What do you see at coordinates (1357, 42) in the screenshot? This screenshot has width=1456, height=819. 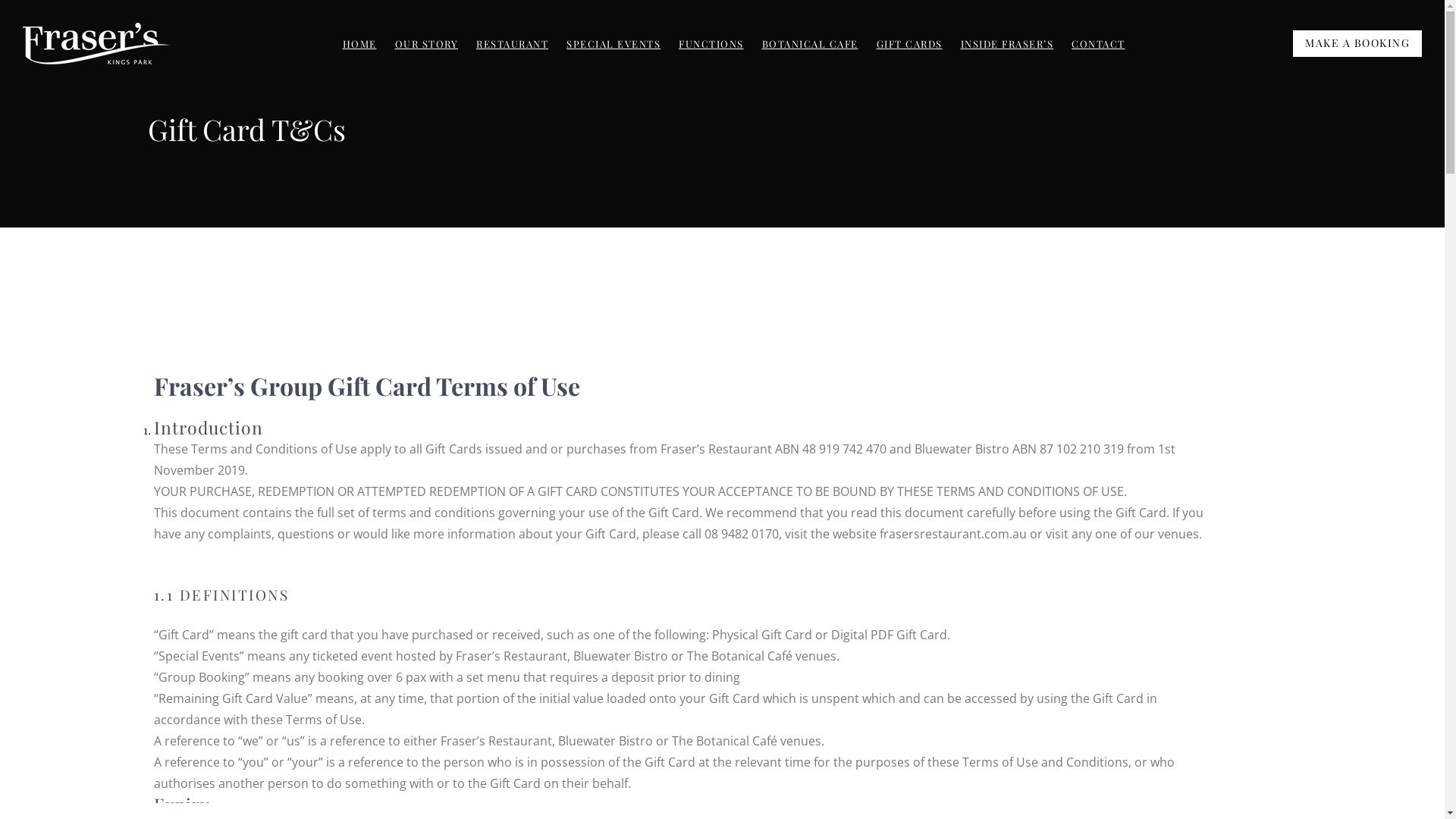 I see `'MAKE A BOOKING'` at bounding box center [1357, 42].